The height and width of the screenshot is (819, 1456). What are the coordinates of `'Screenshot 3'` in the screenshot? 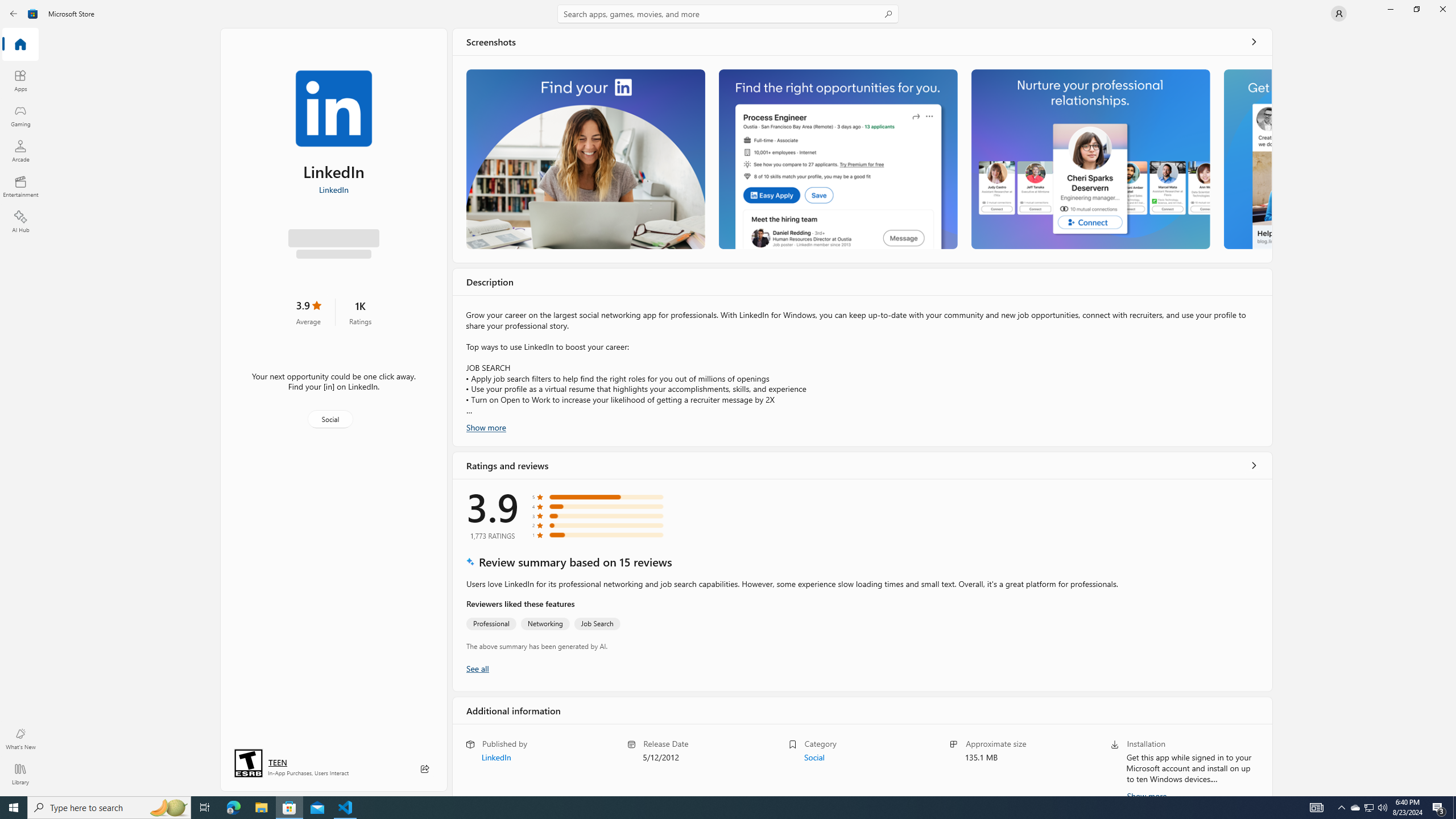 It's located at (1089, 159).